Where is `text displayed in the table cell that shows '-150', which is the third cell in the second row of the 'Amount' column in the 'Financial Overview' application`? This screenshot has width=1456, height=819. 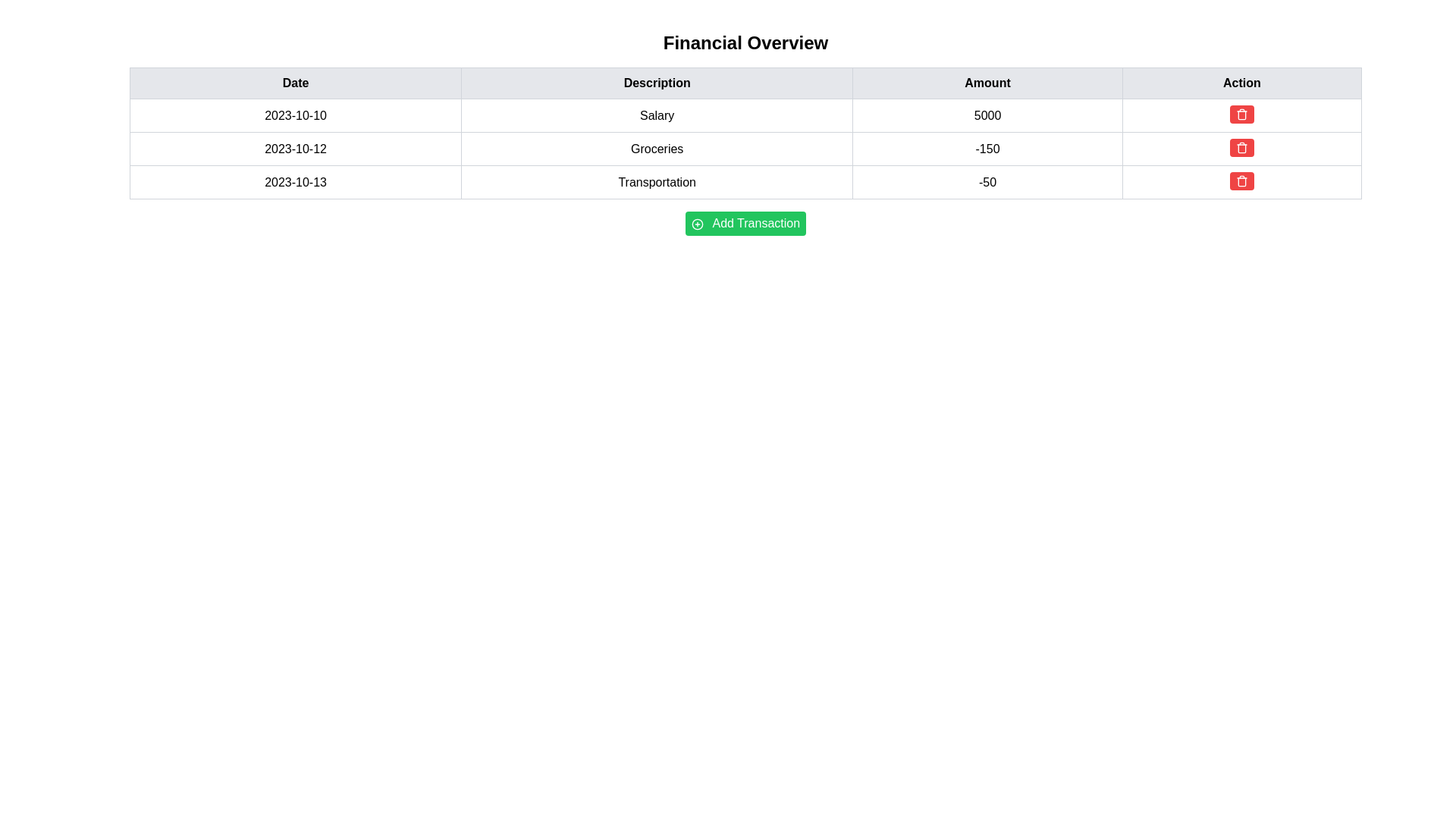 text displayed in the table cell that shows '-150', which is the third cell in the second row of the 'Amount' column in the 'Financial Overview' application is located at coordinates (987, 149).